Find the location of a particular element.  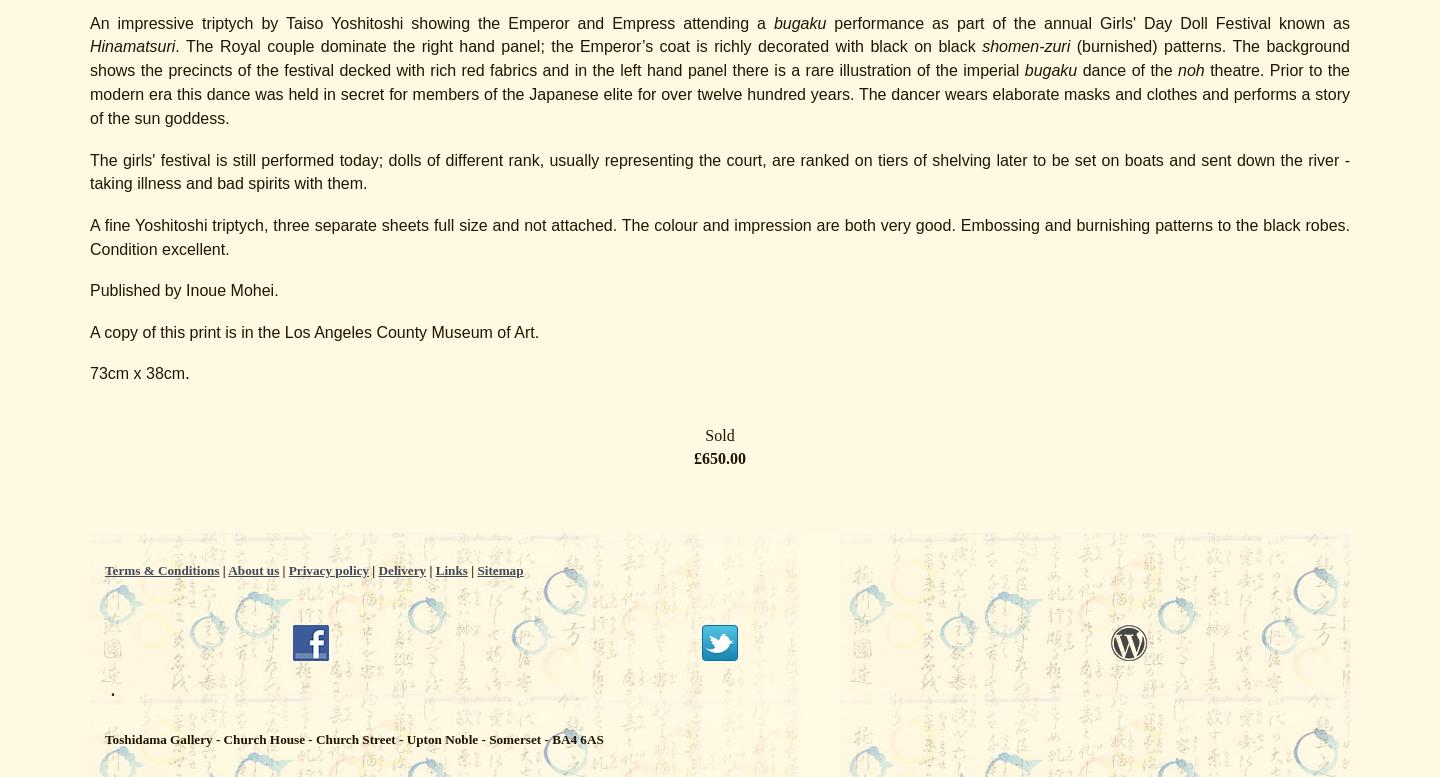

'About us' is located at coordinates (252, 569).